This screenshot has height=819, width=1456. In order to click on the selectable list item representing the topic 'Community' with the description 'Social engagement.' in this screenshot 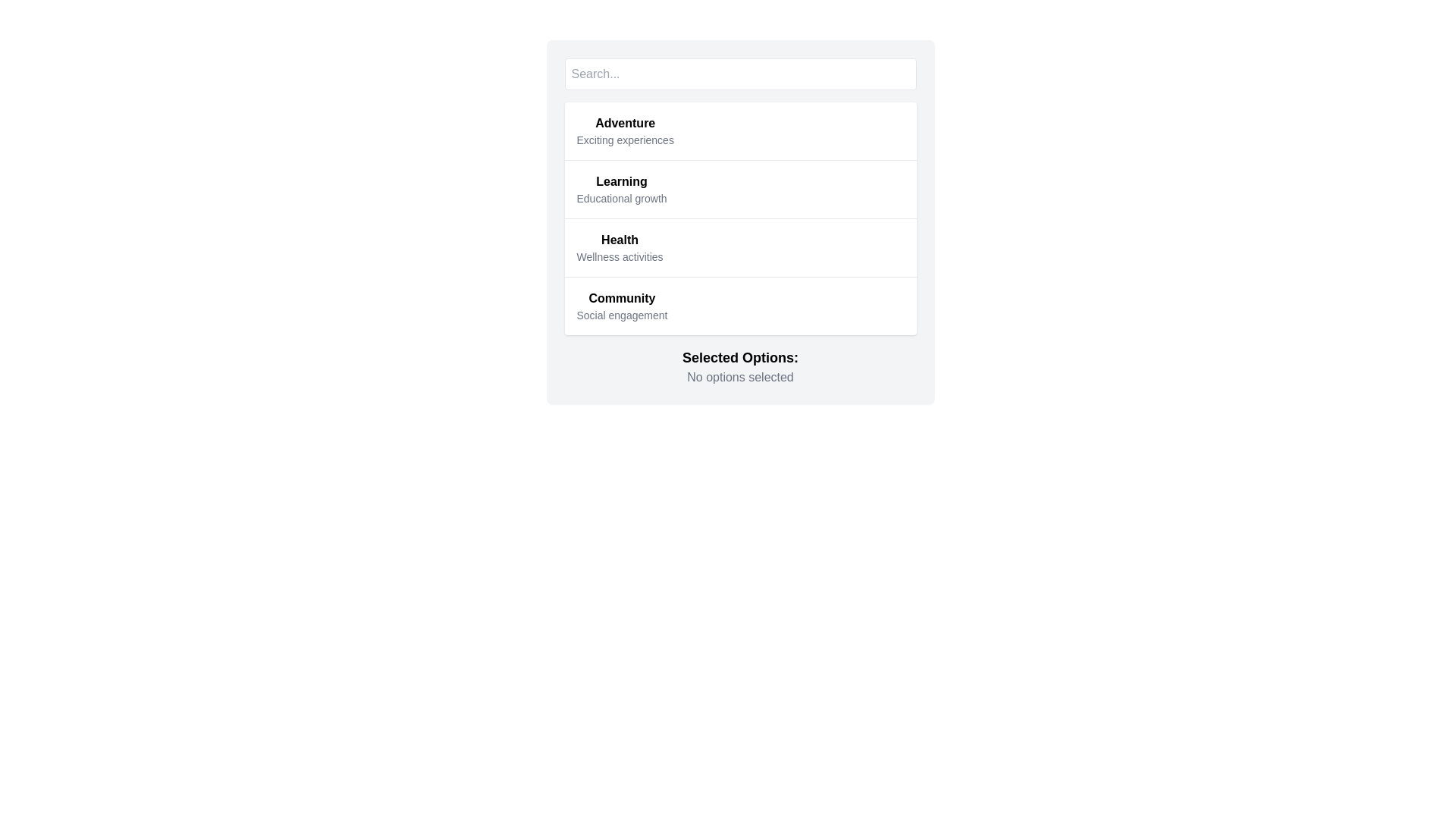, I will do `click(740, 306)`.